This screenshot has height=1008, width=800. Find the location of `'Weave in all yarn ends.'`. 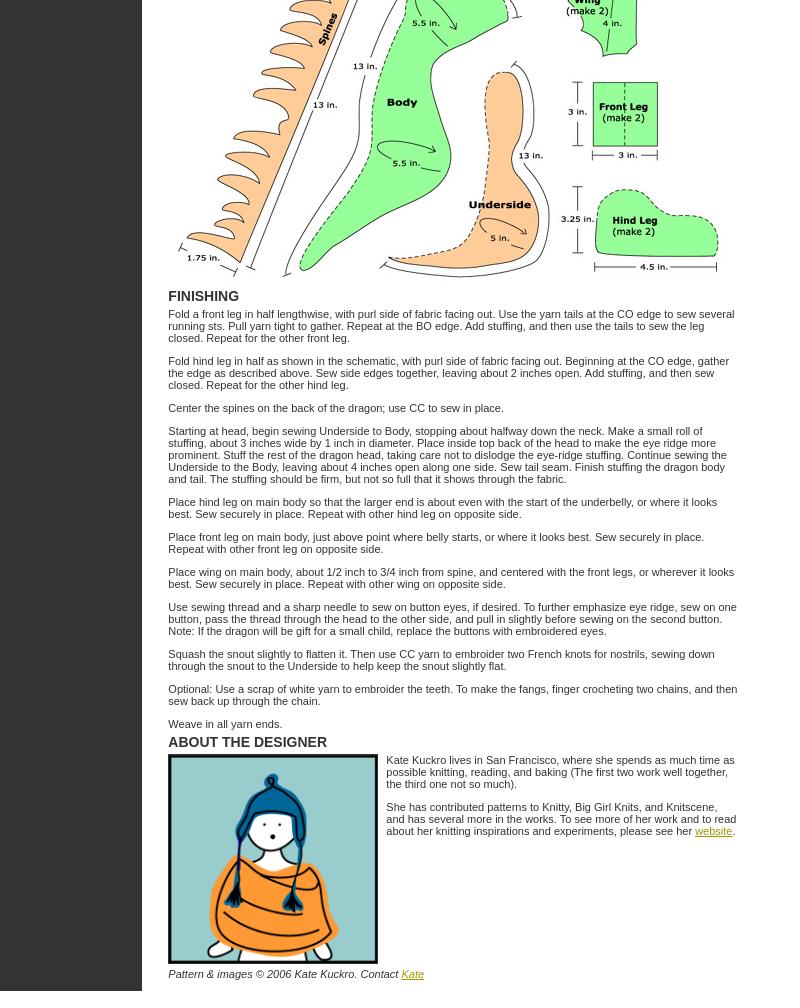

'Weave in all yarn ends.' is located at coordinates (224, 724).